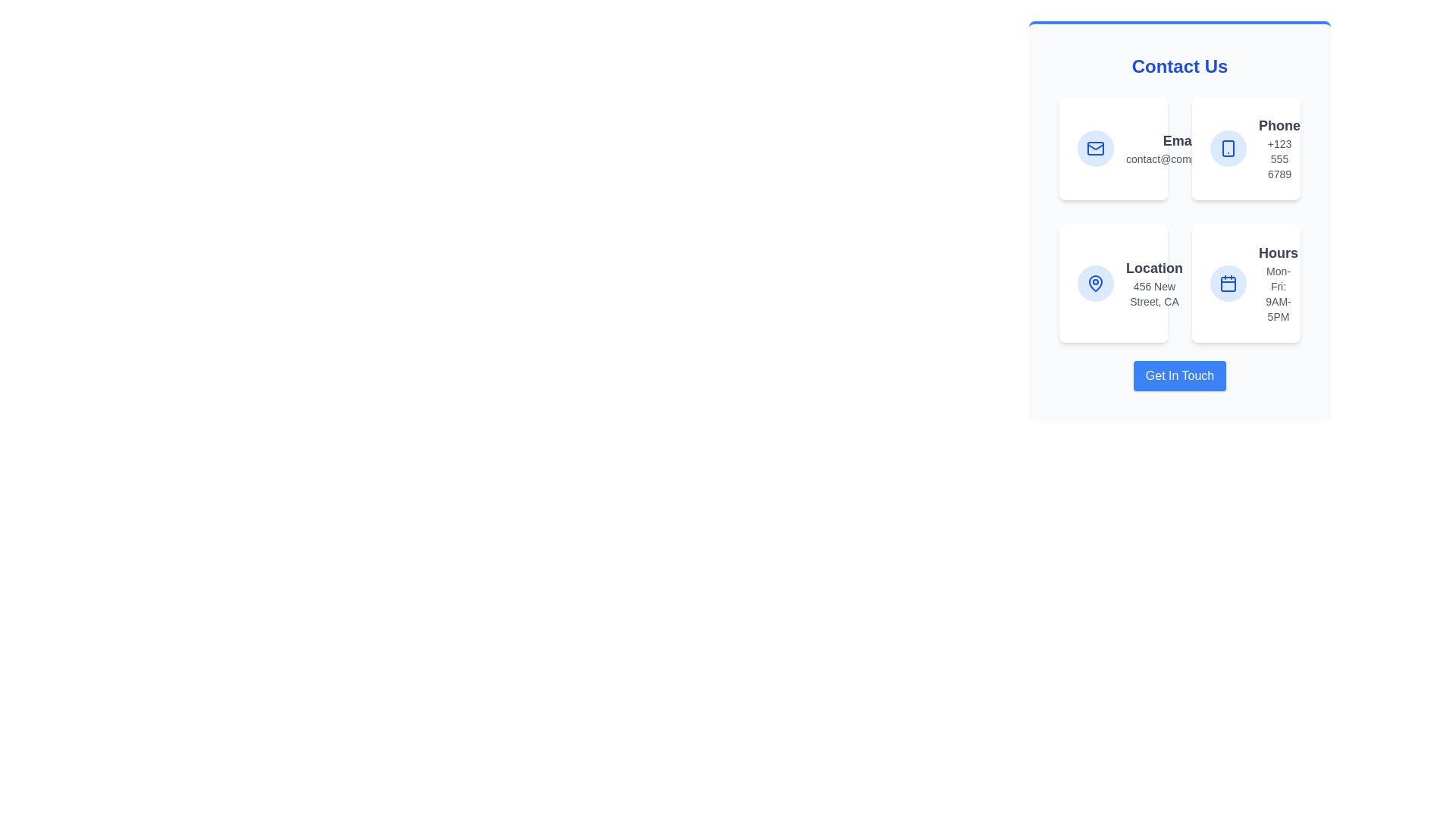  What do you see at coordinates (1178, 375) in the screenshot?
I see `the blue rectangular button labeled 'Get In Touch' to initiate the contact process` at bounding box center [1178, 375].